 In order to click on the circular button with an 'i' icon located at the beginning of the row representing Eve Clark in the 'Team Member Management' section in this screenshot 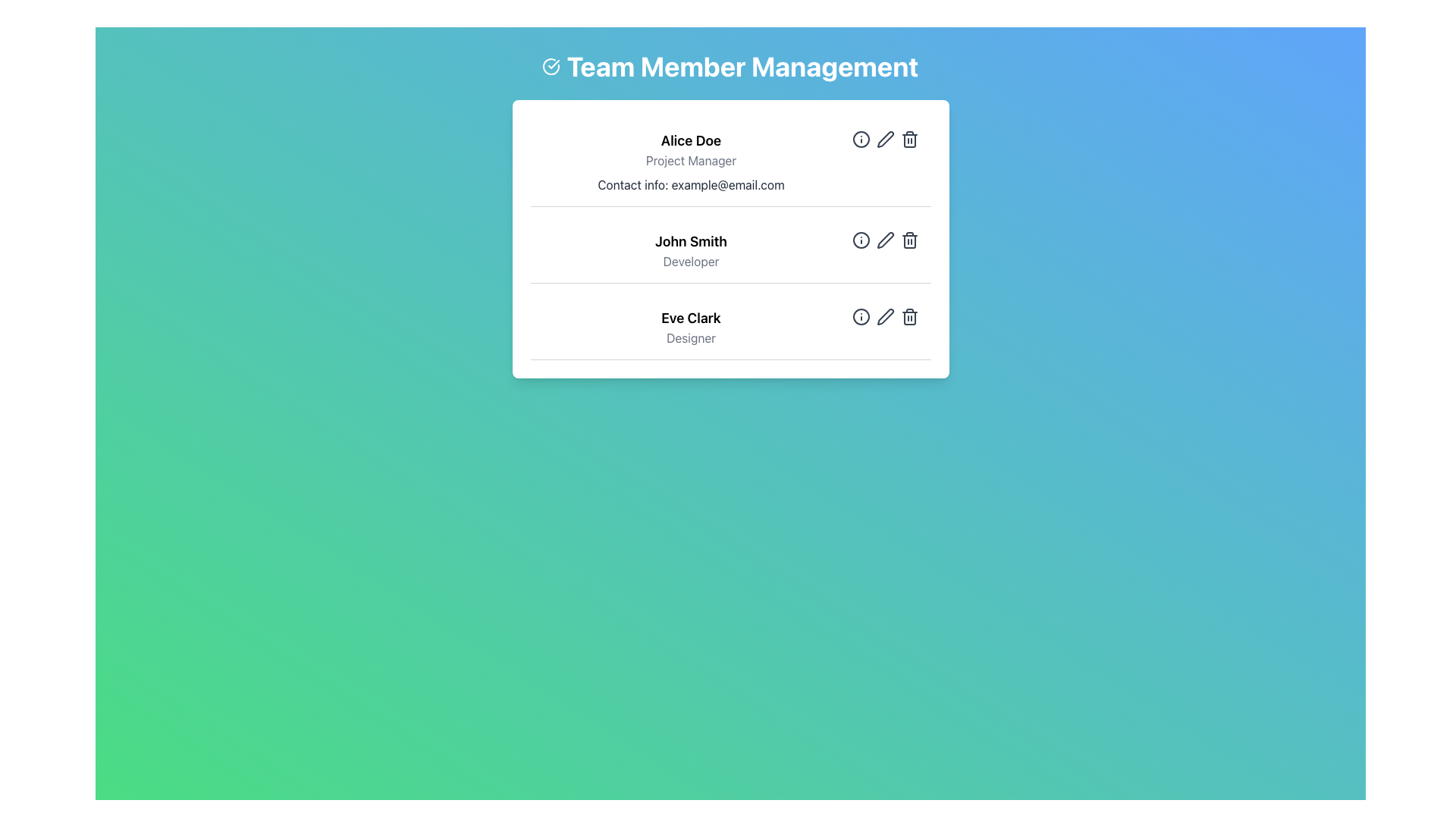, I will do `click(861, 315)`.